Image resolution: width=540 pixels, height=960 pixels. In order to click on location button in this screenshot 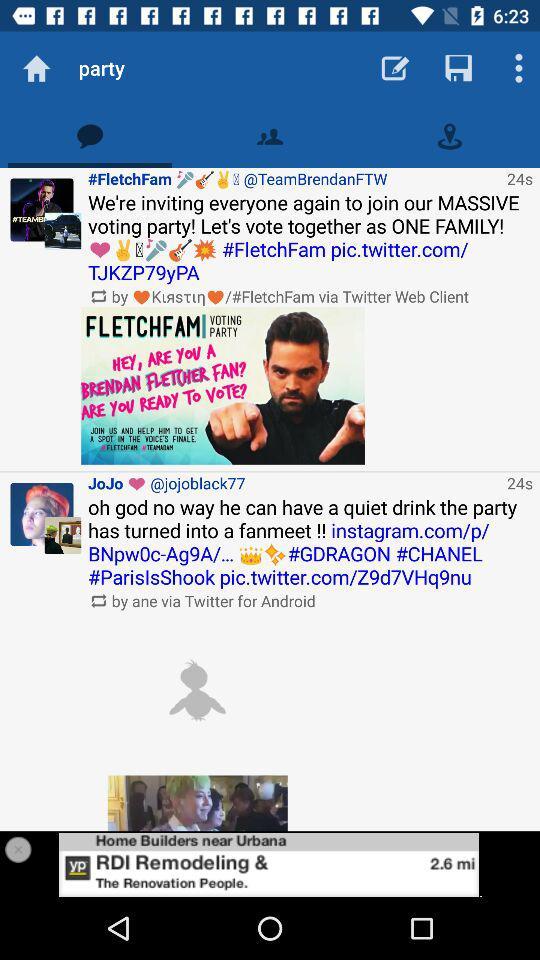, I will do `click(449, 135)`.